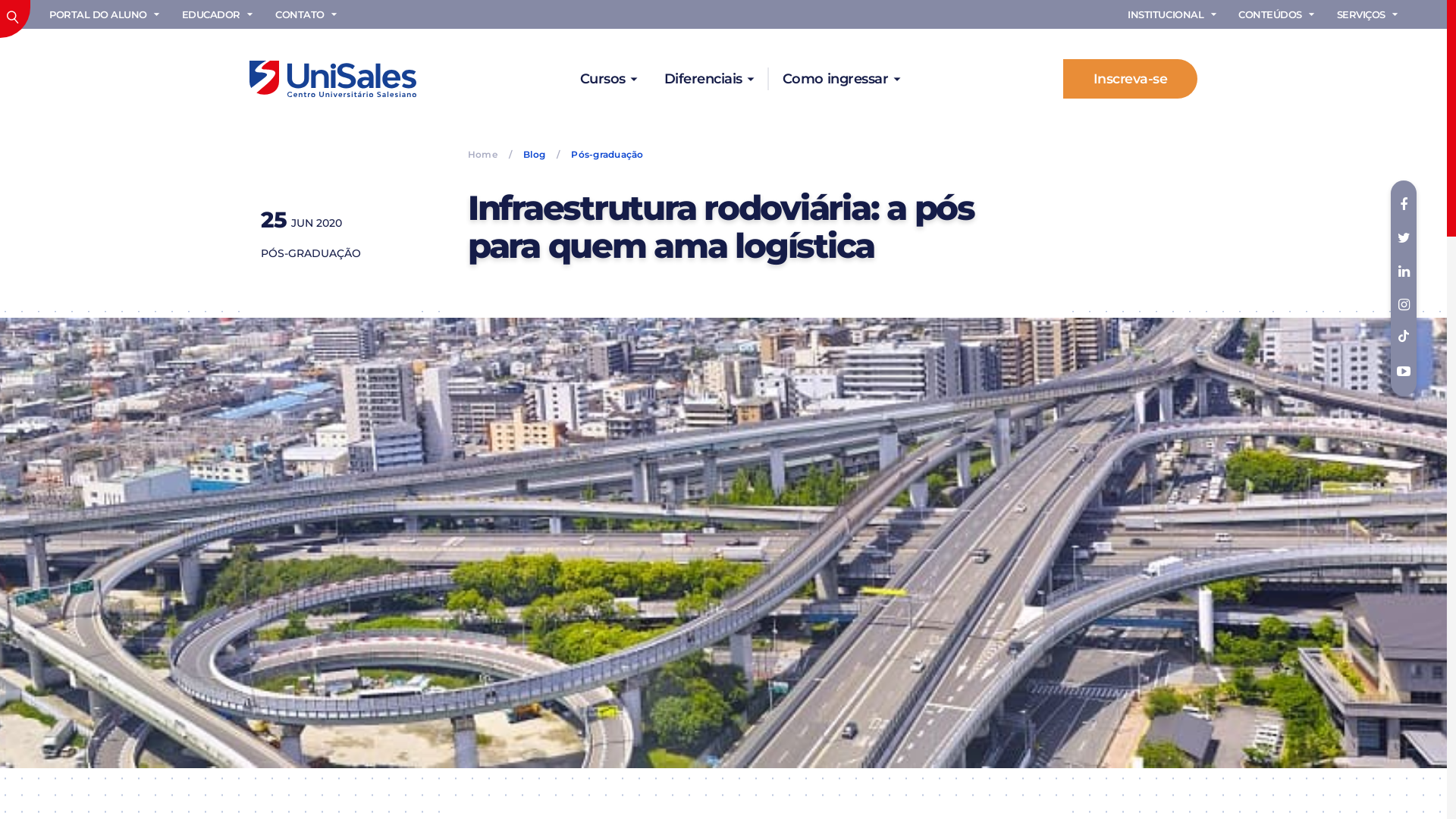 The width and height of the screenshot is (1456, 819). I want to click on 'EDUCADOR', so click(218, 14).